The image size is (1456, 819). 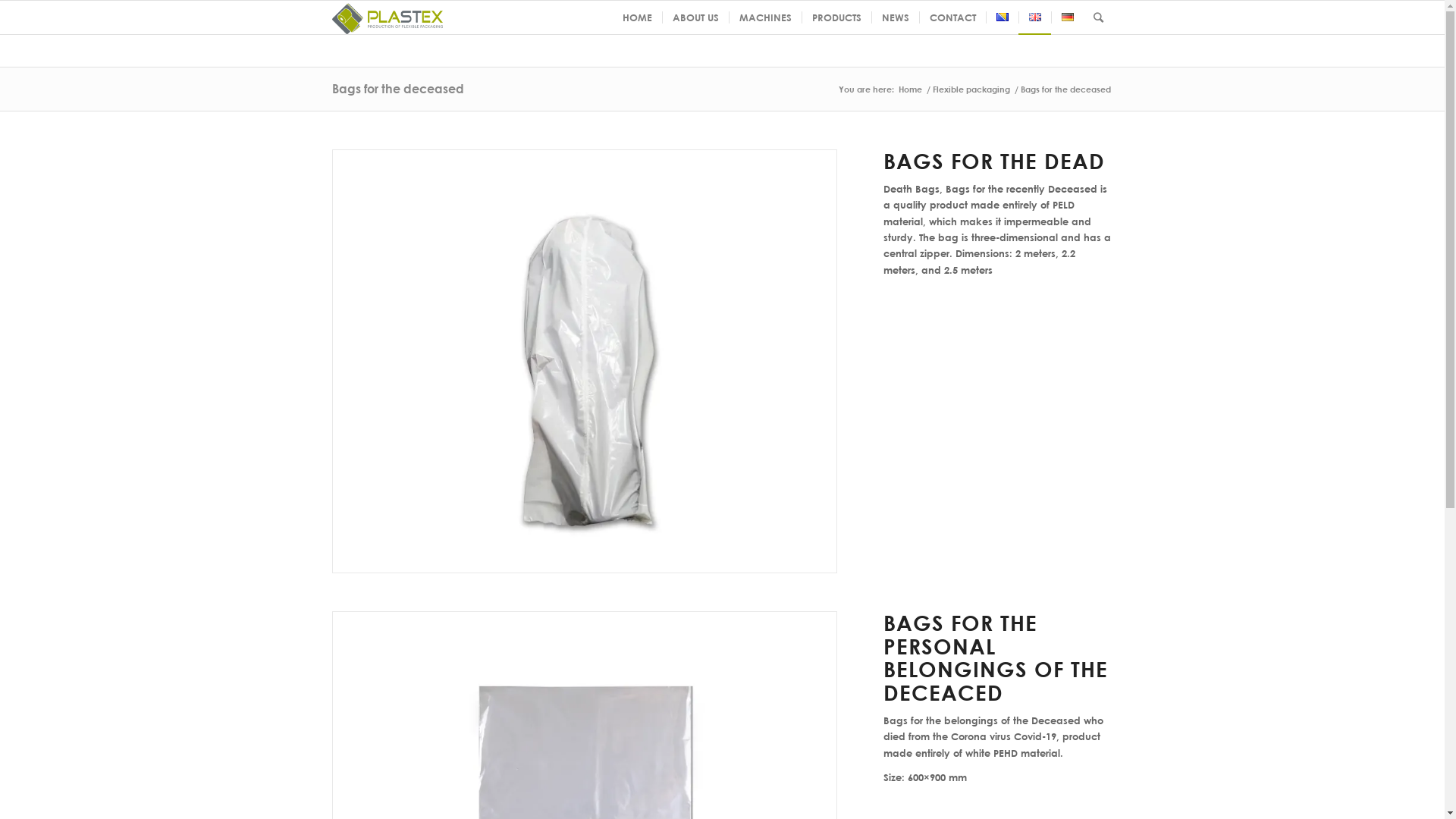 I want to click on 'ABOUT US', so click(x=661, y=17).